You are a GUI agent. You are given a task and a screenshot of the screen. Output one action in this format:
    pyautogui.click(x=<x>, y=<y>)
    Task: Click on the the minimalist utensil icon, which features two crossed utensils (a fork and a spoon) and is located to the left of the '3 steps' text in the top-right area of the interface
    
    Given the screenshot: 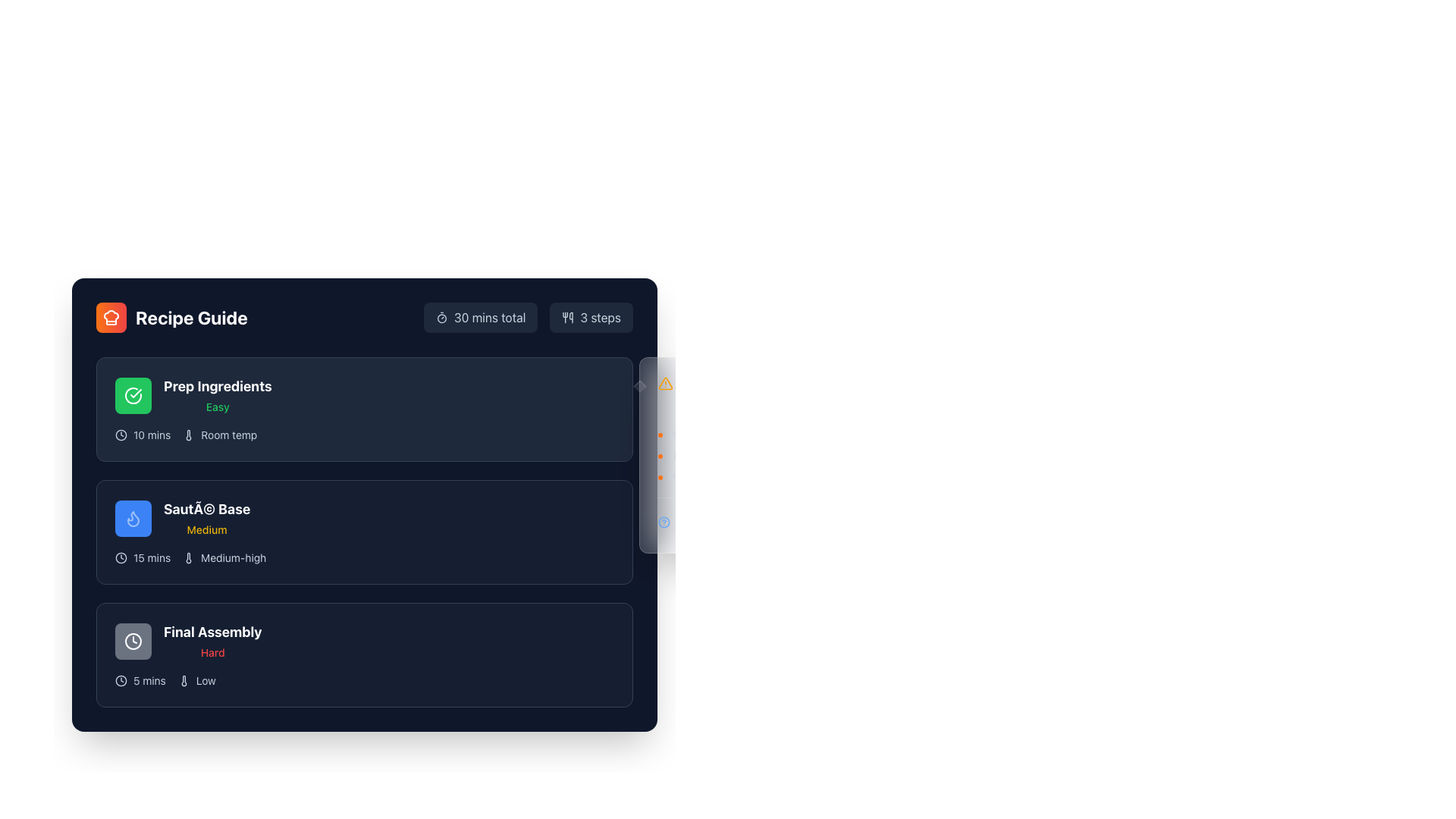 What is the action you would take?
    pyautogui.click(x=567, y=317)
    